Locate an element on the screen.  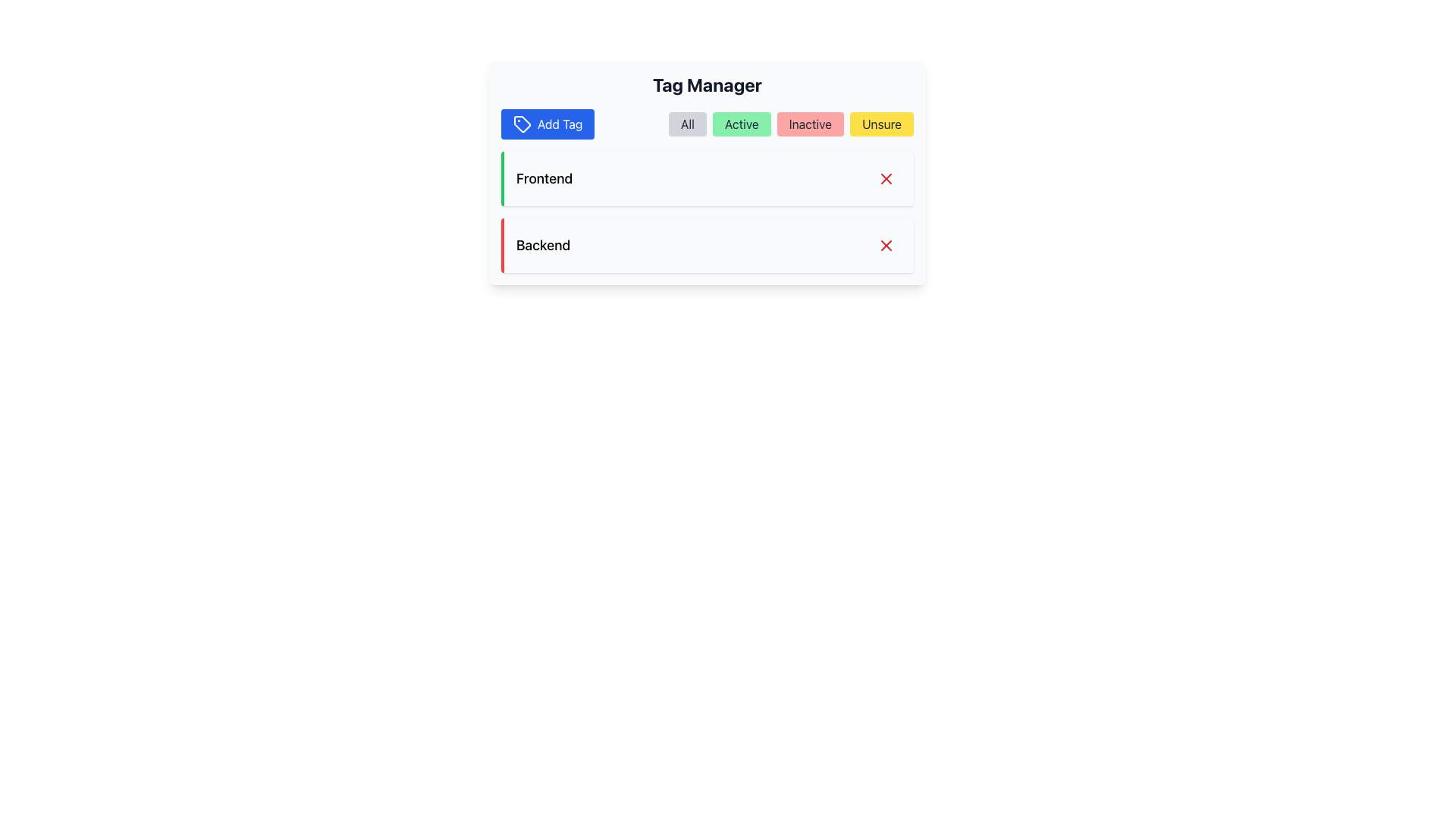
the red 'X' icon button located at the far-right of the row labeled 'Backend' to potentially see a tooltip is located at coordinates (886, 245).